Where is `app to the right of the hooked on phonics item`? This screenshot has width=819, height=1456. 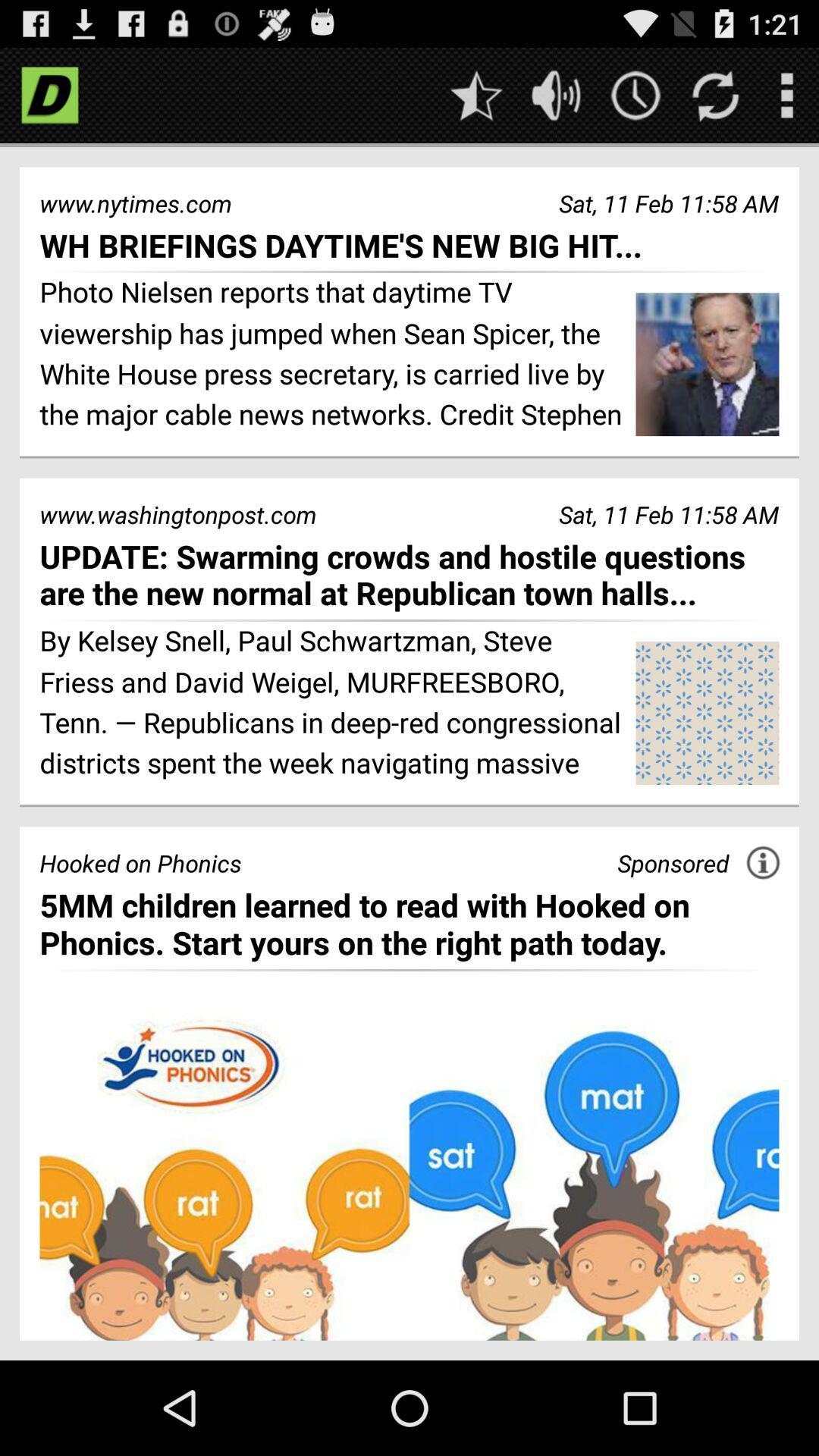 app to the right of the hooked on phonics item is located at coordinates (672, 863).